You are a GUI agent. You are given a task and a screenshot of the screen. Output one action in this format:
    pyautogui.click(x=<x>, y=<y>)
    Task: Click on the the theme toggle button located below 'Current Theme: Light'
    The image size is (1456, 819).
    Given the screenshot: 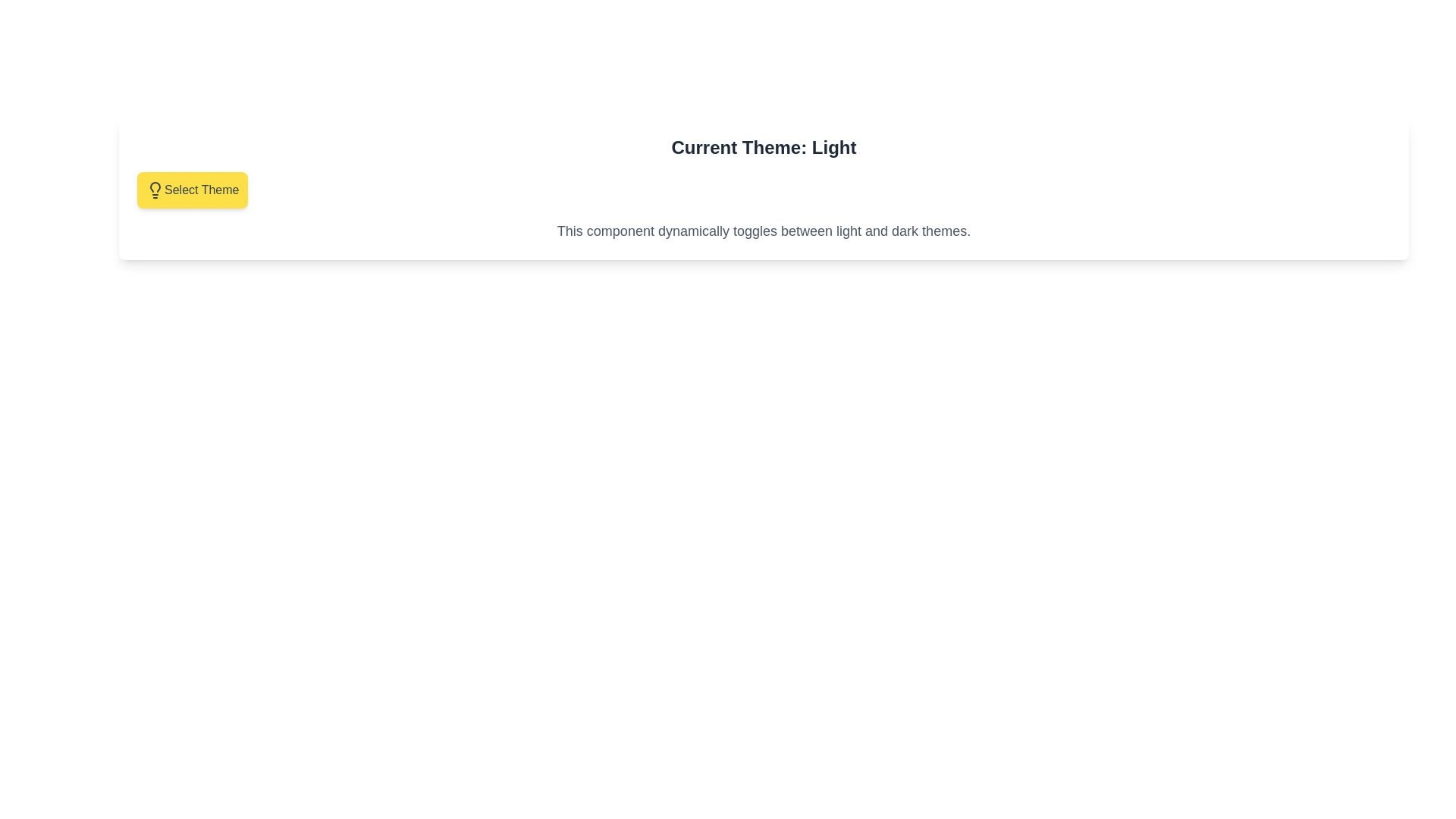 What is the action you would take?
    pyautogui.click(x=192, y=189)
    